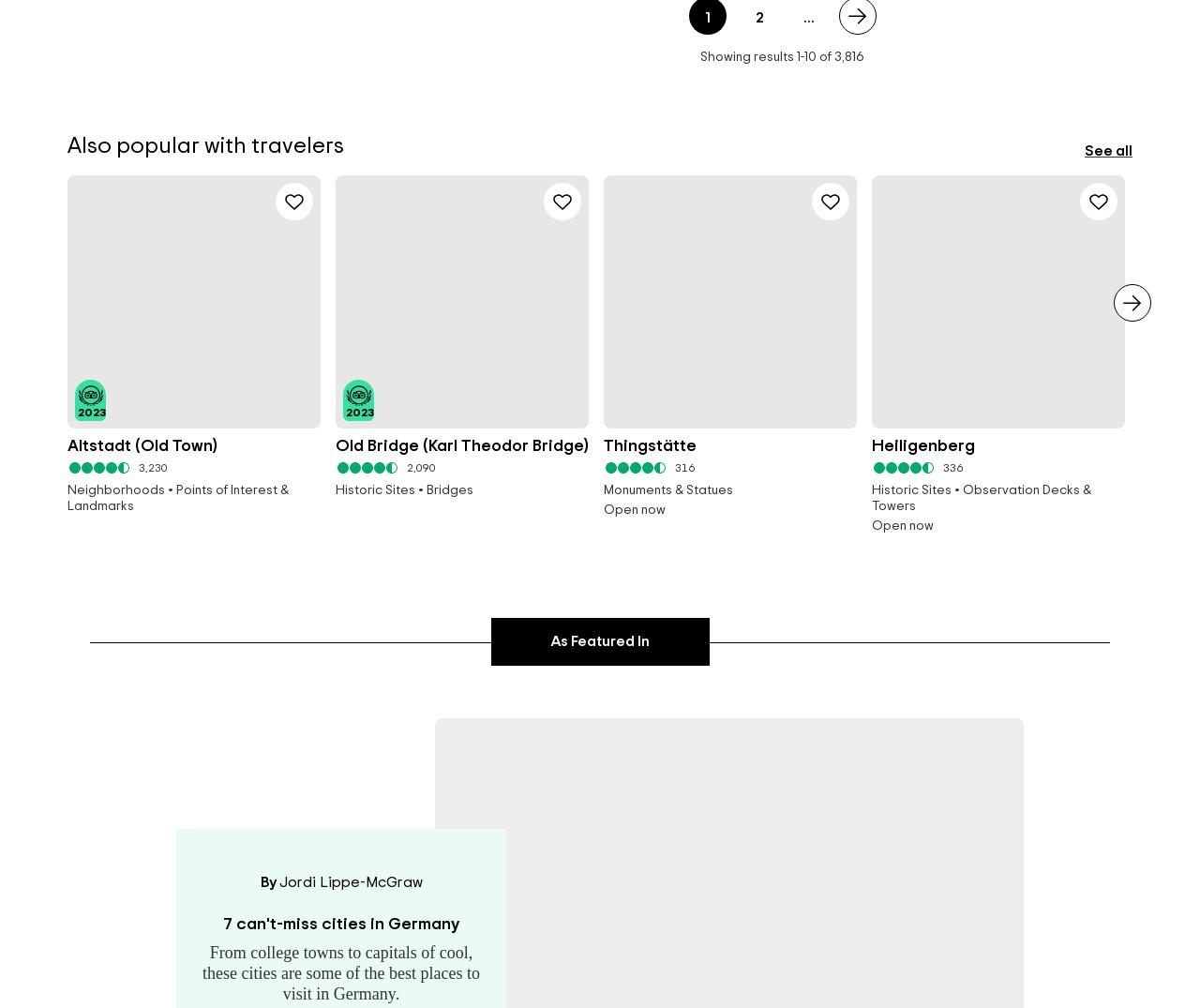  What do you see at coordinates (802, 56) in the screenshot?
I see `'-'` at bounding box center [802, 56].